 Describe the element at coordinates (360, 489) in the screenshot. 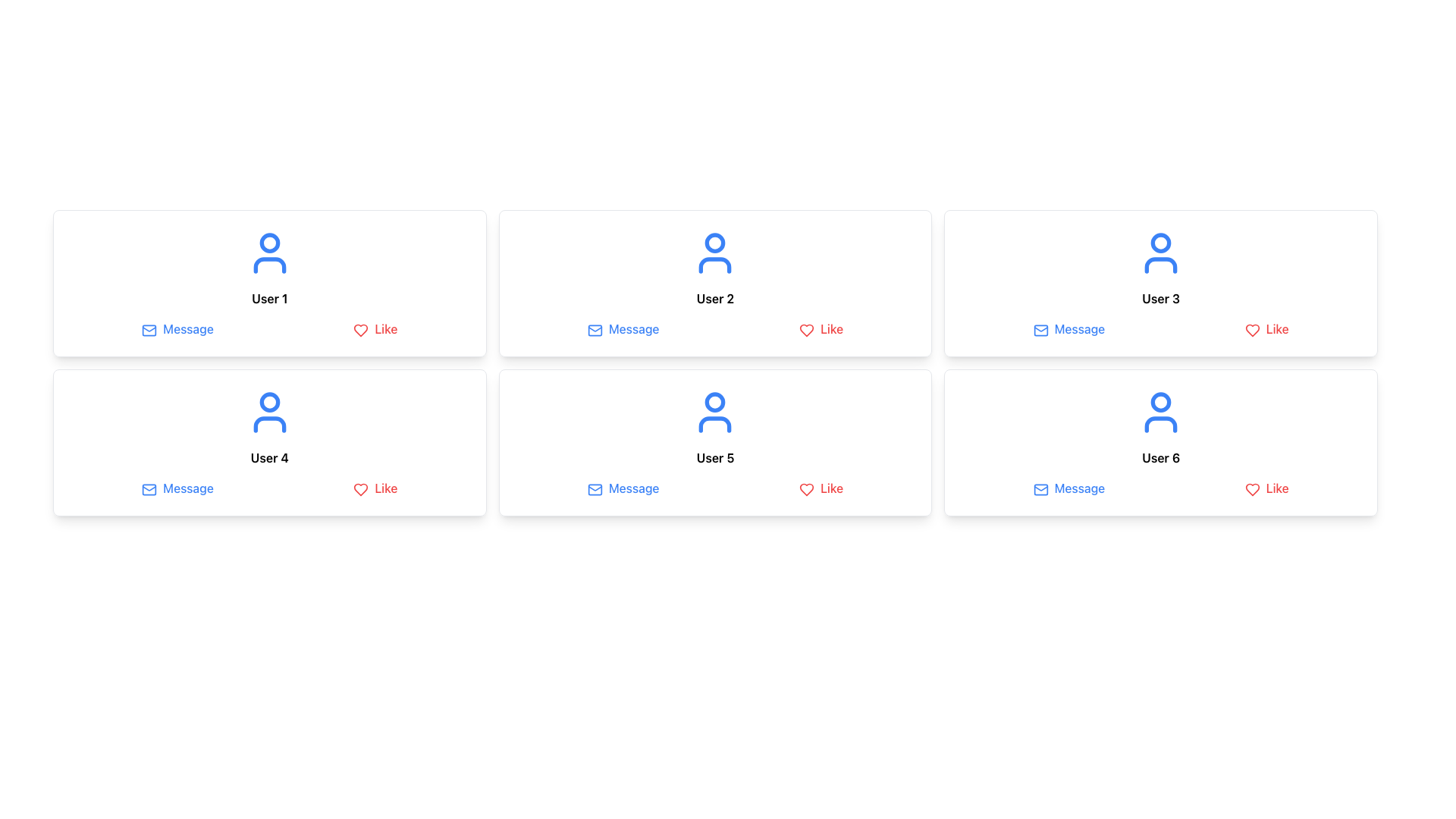

I see `the heart icon button located below the 'User 4' label to like the user` at that location.